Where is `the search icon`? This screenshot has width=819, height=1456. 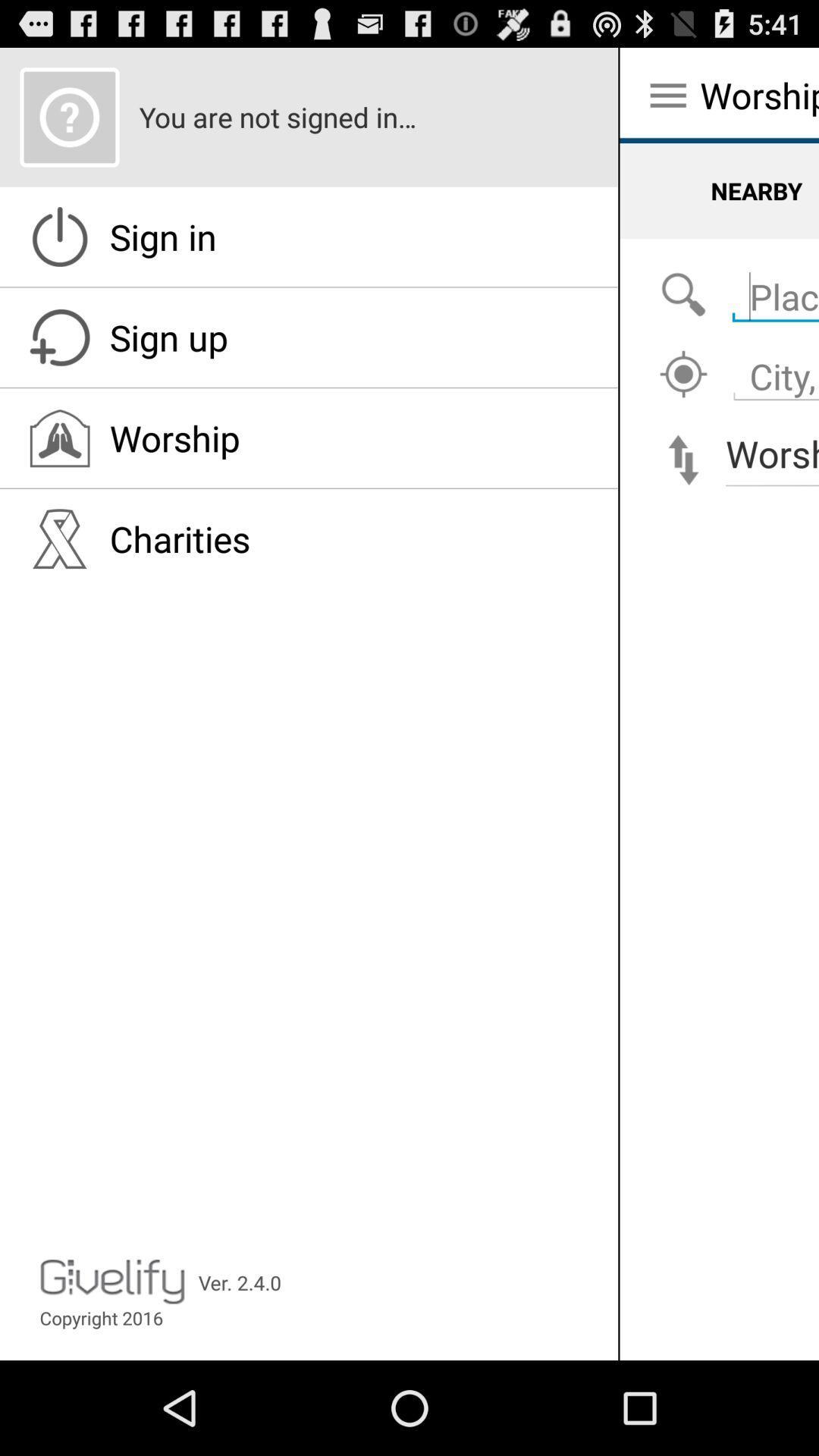 the search icon is located at coordinates (683, 315).